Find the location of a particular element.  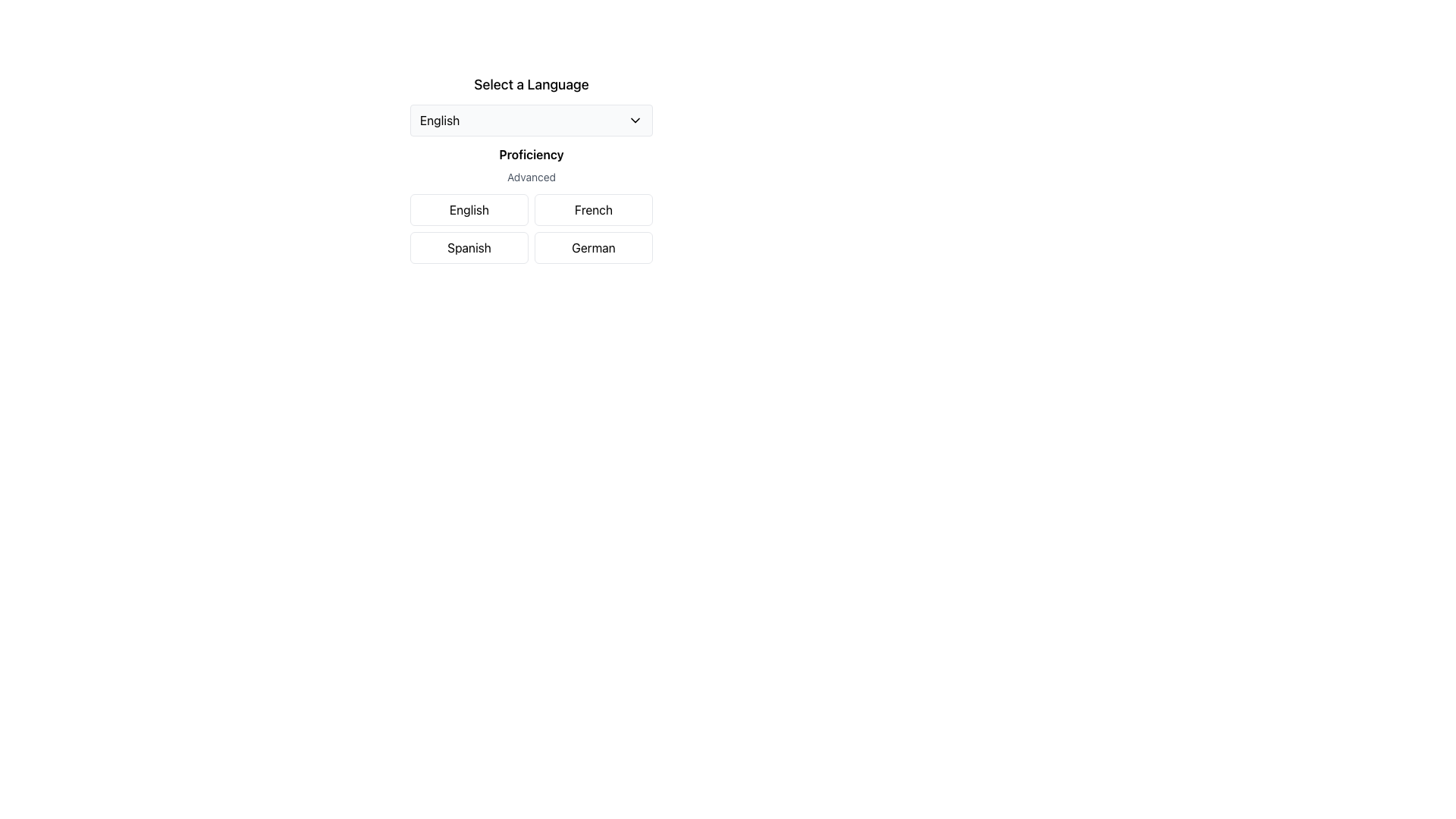

the rectangular button labeled 'French' with rounded corners, located in the top-right slot of the button grid is located at coordinates (592, 210).